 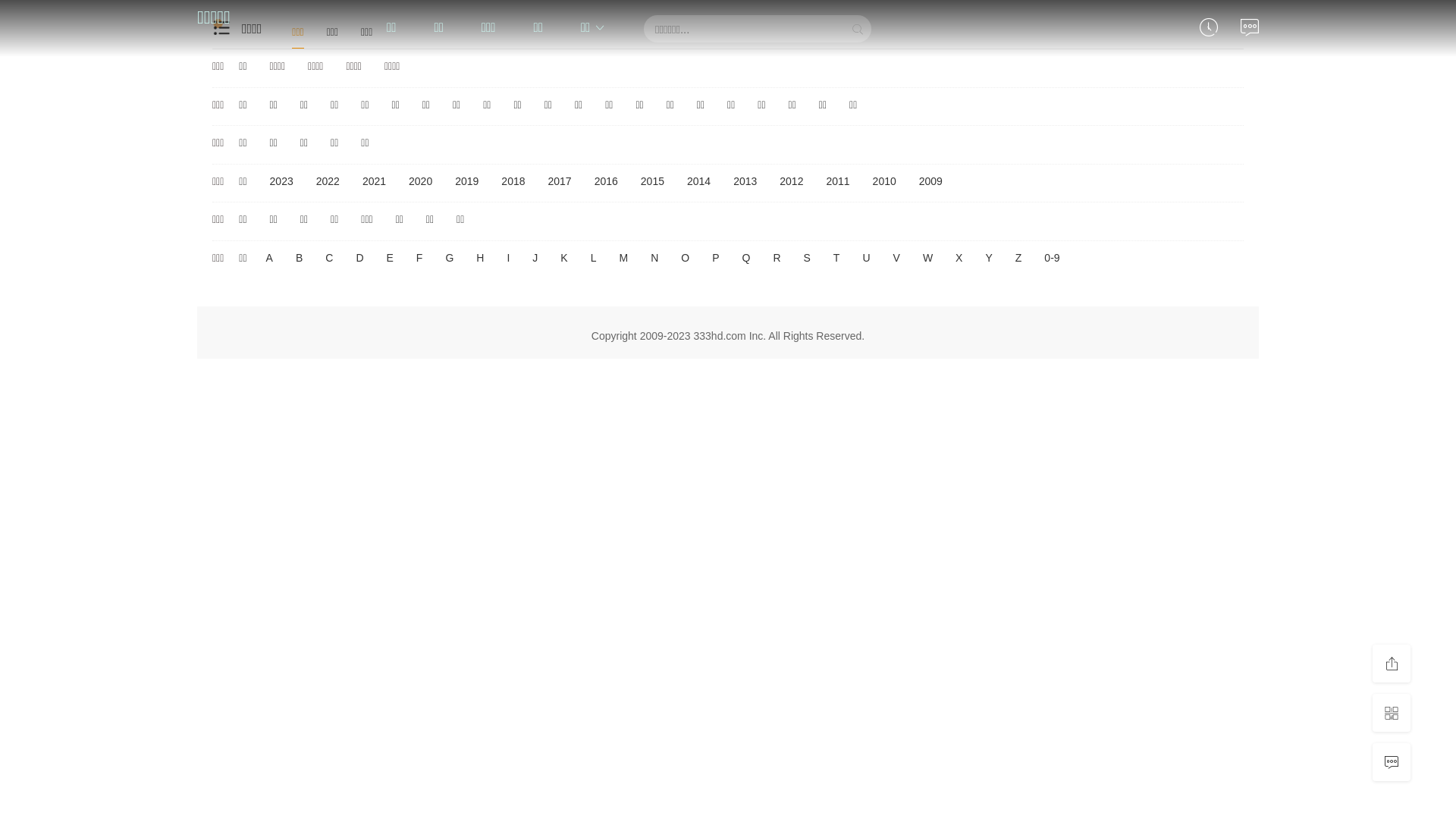 What do you see at coordinates (623, 257) in the screenshot?
I see `'M'` at bounding box center [623, 257].